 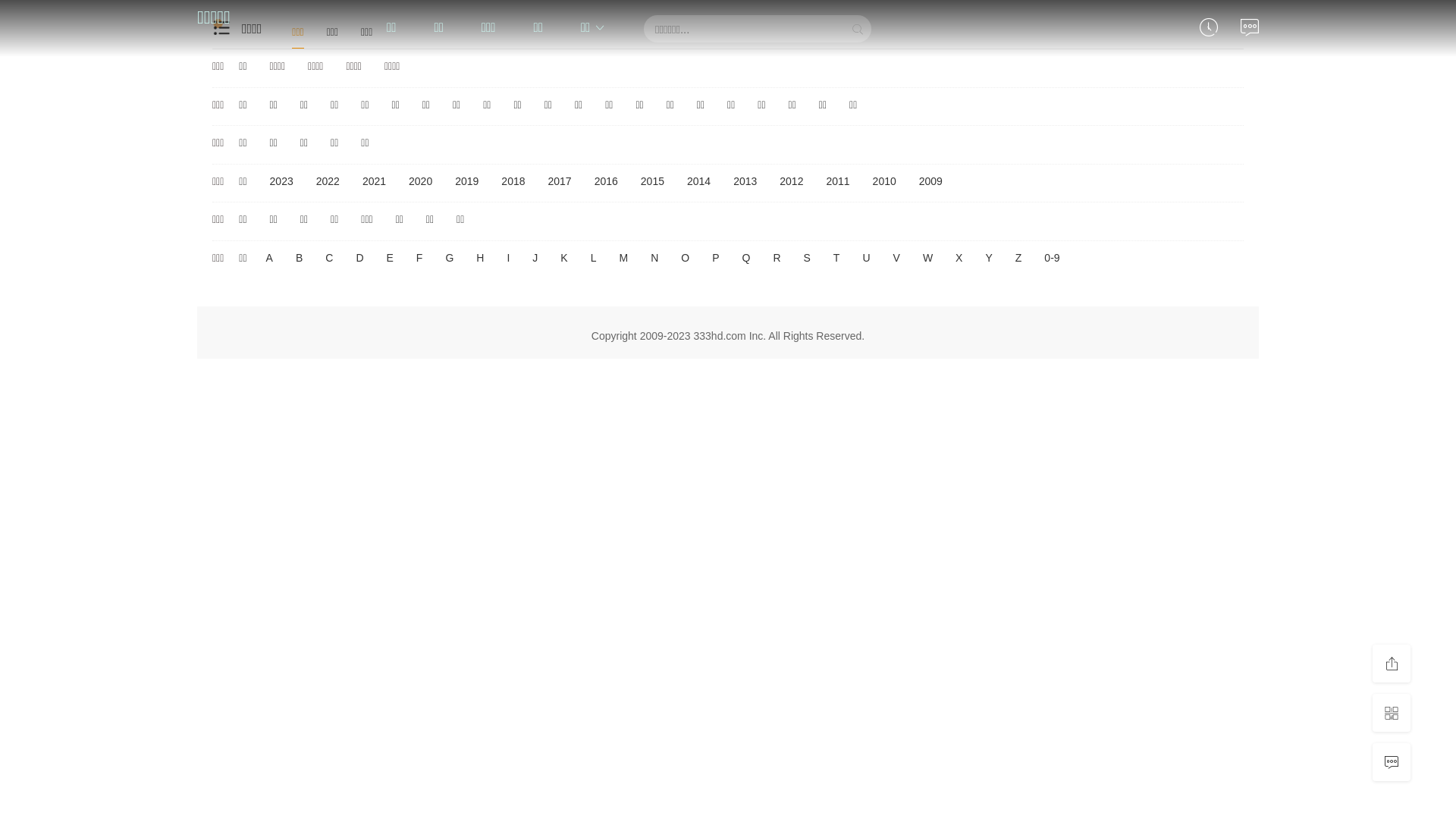 What do you see at coordinates (623, 257) in the screenshot?
I see `'M'` at bounding box center [623, 257].